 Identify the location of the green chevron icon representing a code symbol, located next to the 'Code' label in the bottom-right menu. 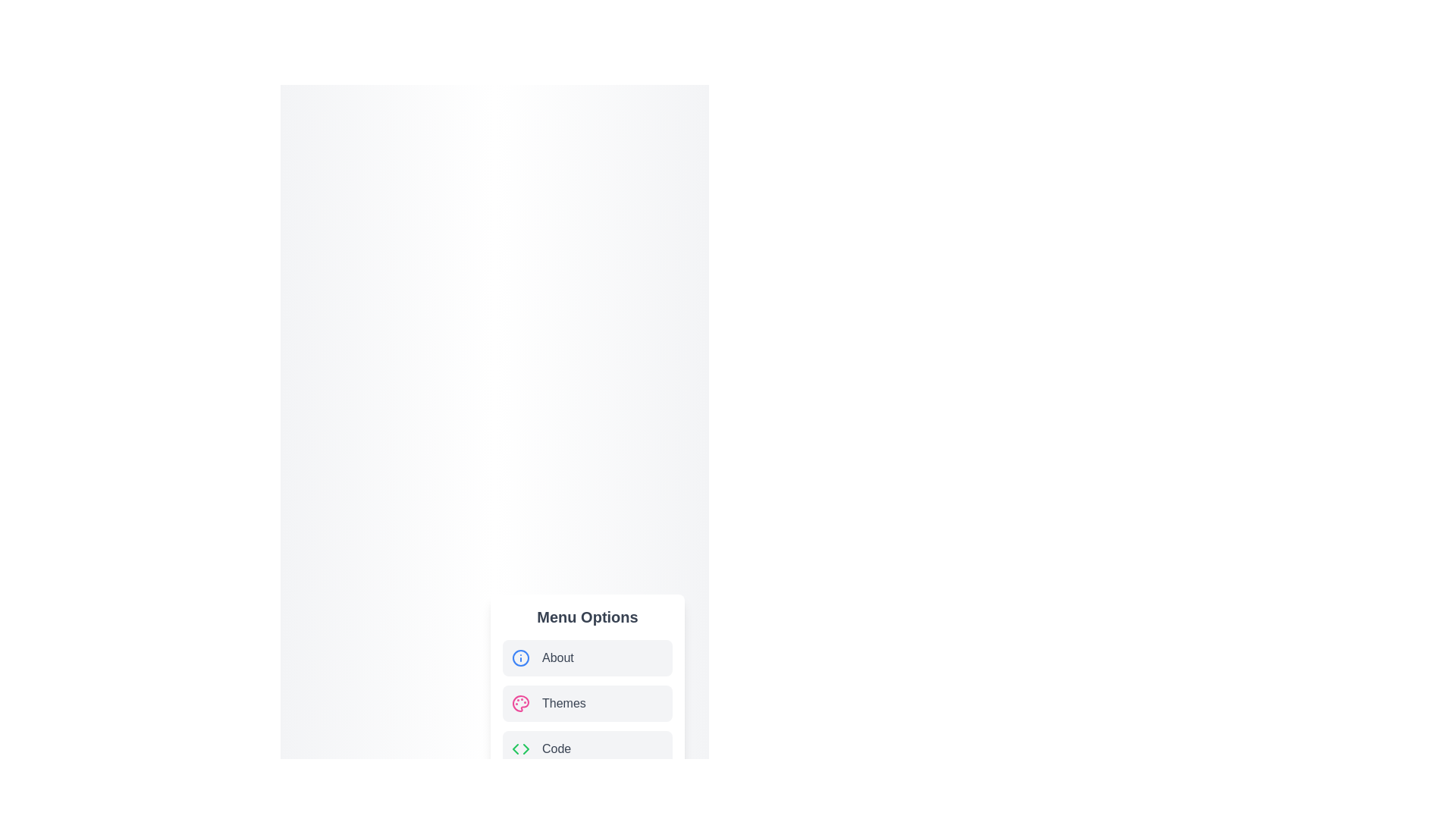
(520, 748).